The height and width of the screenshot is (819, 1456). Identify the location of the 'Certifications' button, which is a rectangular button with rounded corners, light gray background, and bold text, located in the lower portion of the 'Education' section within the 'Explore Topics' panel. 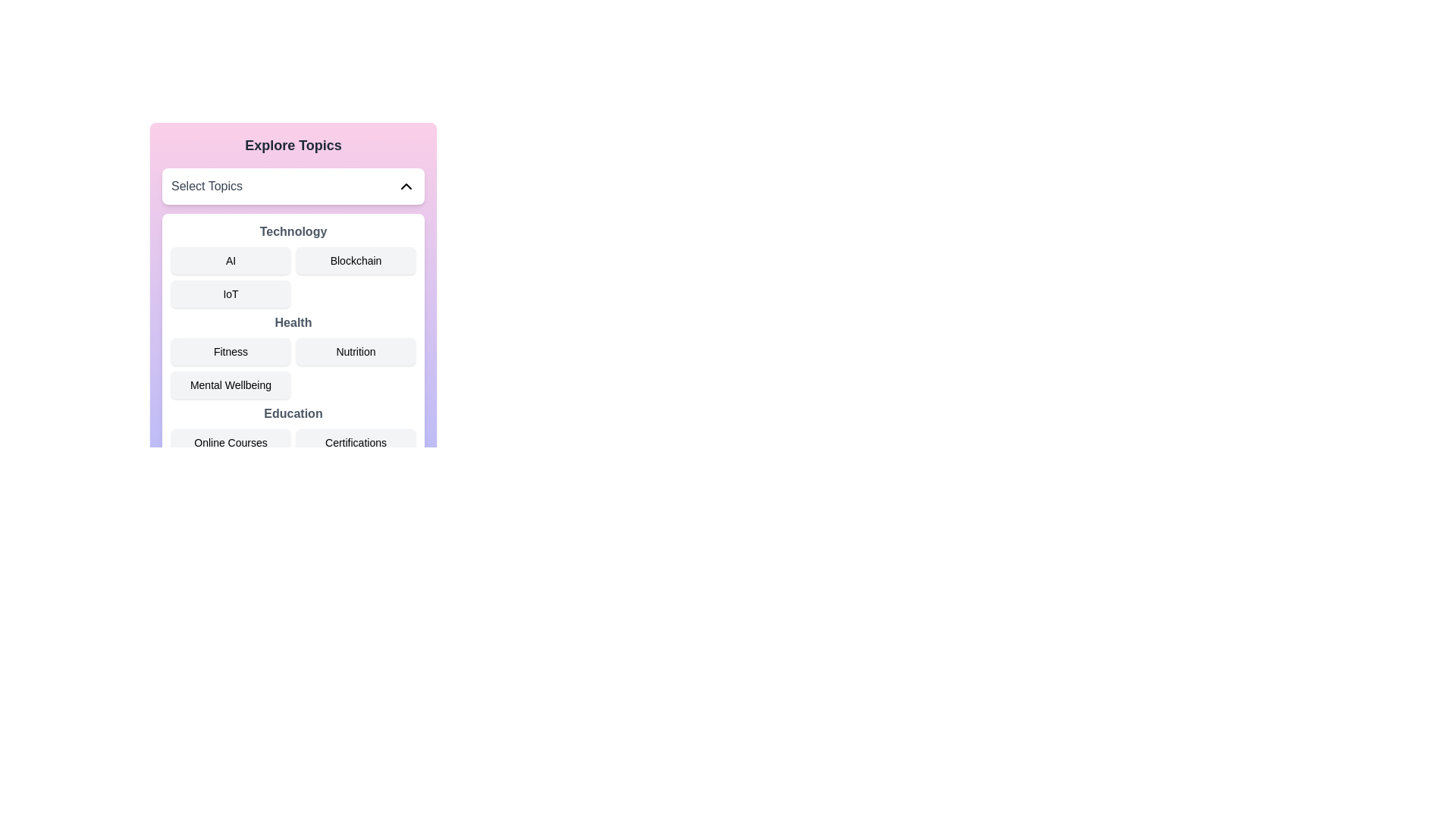
(355, 442).